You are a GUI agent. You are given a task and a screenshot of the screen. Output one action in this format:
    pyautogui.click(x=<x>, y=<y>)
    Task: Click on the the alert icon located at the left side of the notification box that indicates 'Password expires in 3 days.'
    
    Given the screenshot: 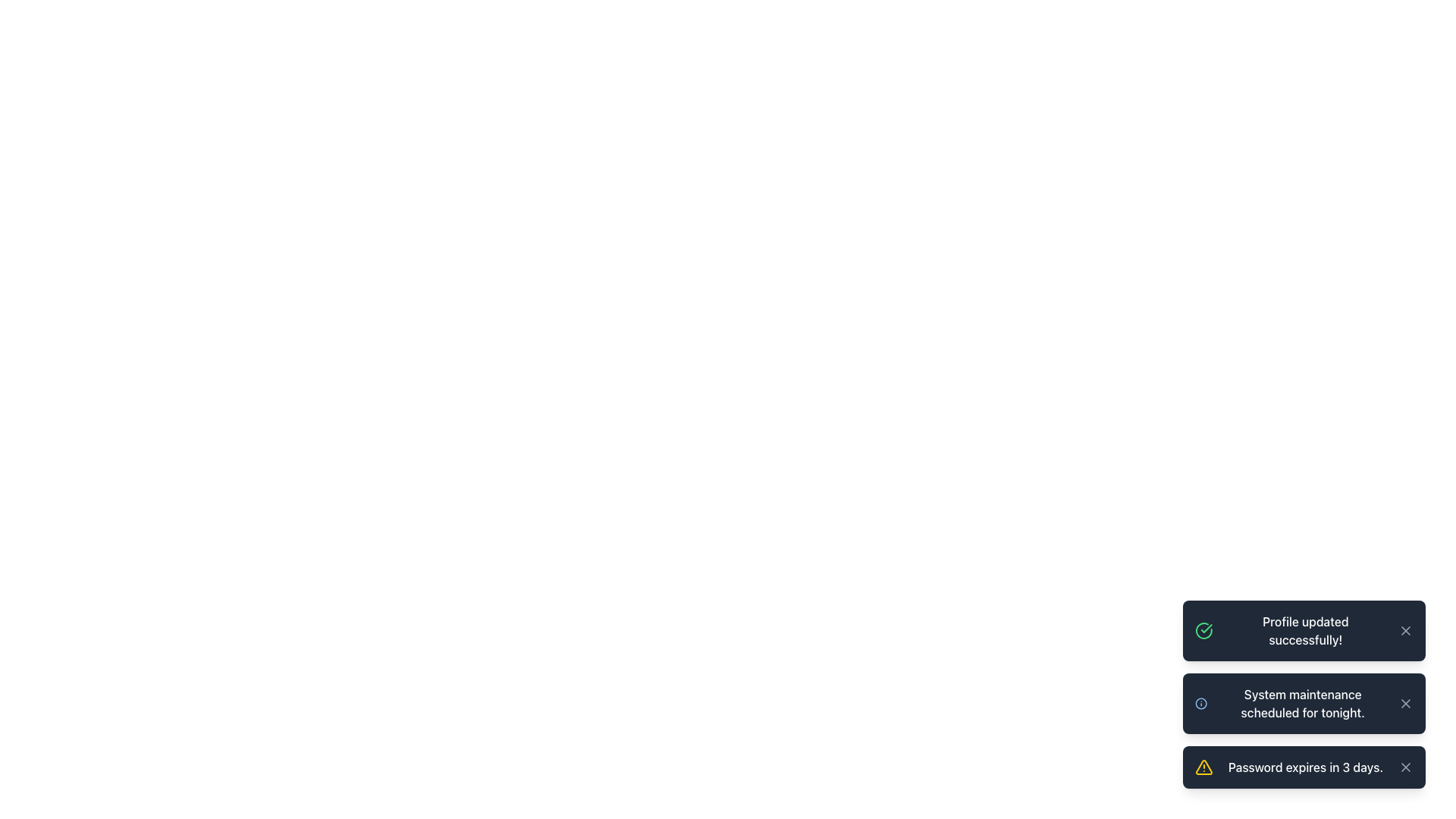 What is the action you would take?
    pyautogui.click(x=1203, y=767)
    